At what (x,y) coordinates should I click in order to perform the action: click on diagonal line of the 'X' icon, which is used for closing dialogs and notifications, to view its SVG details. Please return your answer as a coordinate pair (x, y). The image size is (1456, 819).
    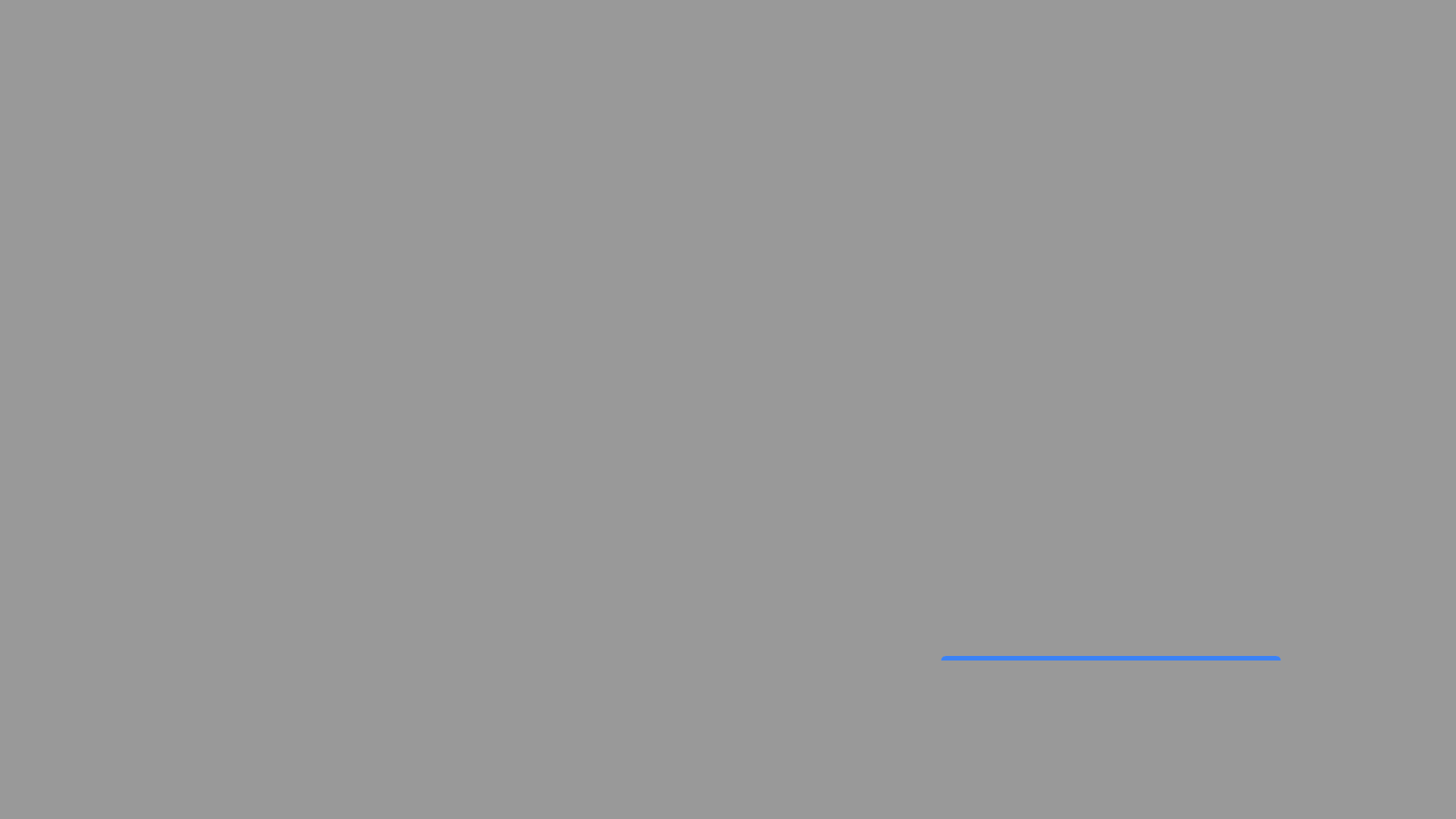
    Looking at the image, I should click on (1260, 677).